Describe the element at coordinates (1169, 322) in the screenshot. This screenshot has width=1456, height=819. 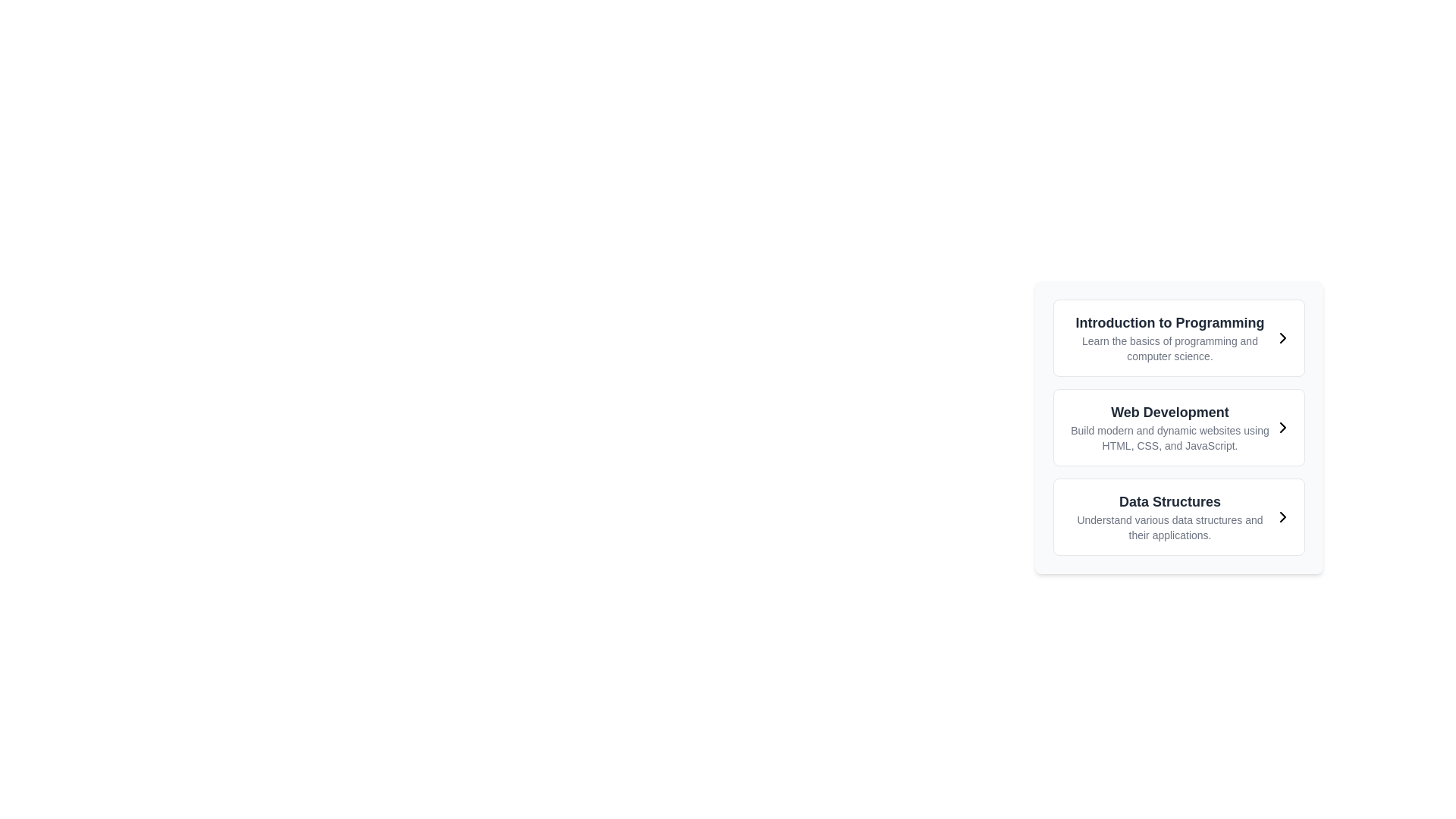
I see `the static text label 'Introduction to Programming' which is styled in bold and large font, located in the top-left portion of the menu box` at that location.